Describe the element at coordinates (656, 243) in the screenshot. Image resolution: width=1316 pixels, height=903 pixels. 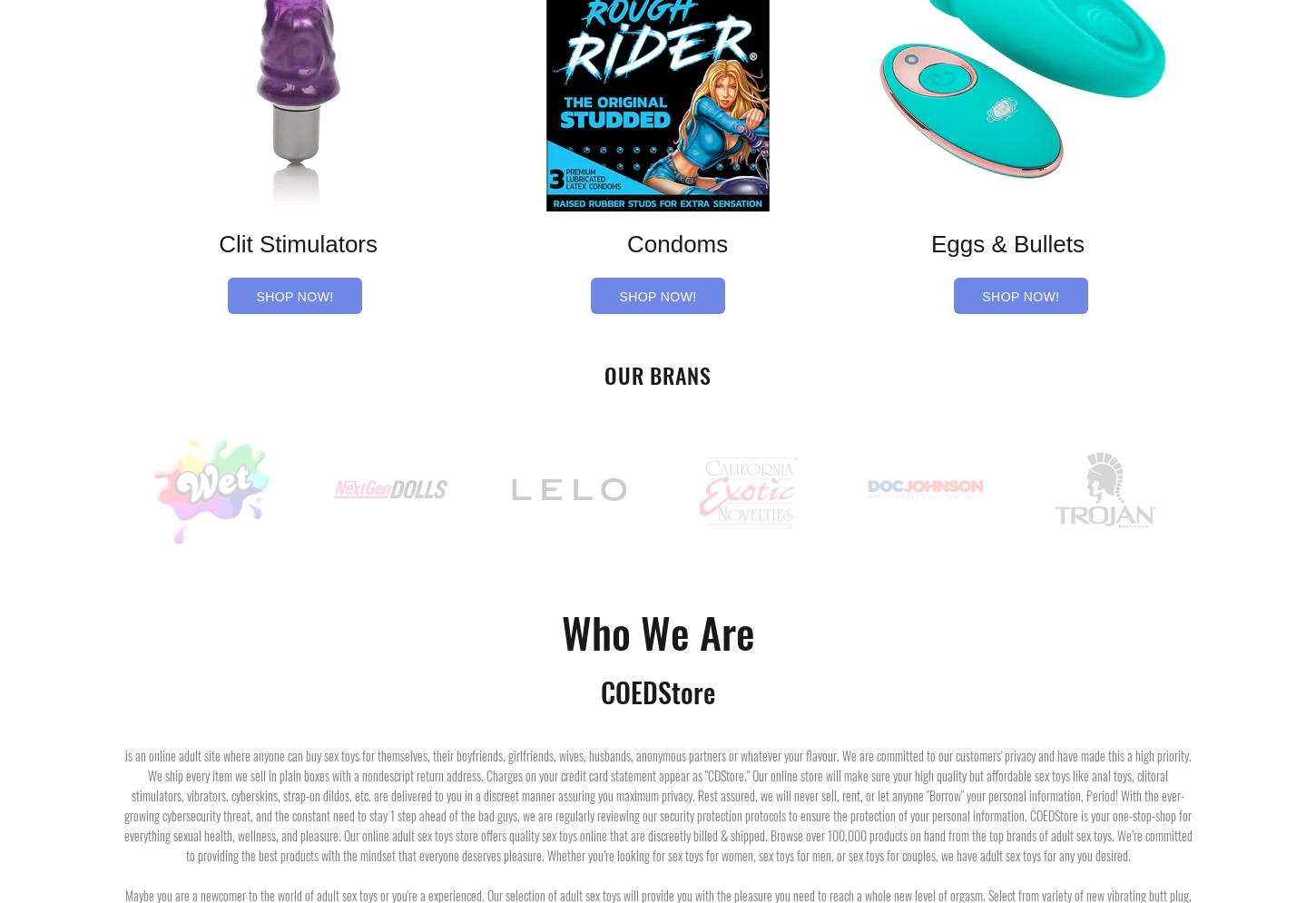
I see `'Condoms'` at that location.